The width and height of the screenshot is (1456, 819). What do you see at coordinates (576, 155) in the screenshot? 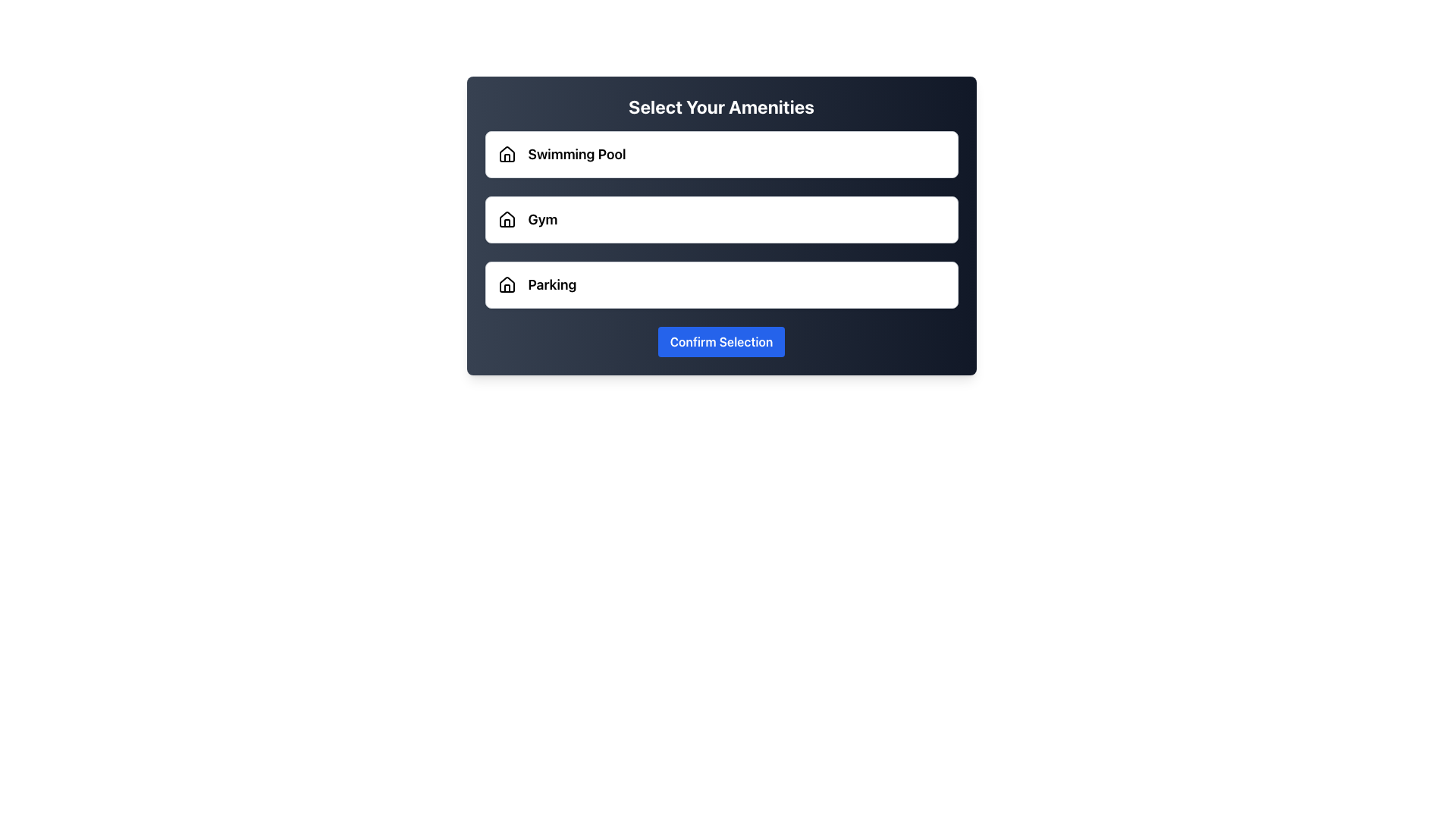
I see `the bold text label 'Swimming Pool', which is styled to stand out and is positioned to the right of a house icon in the first item of a vertical list of selectable amenities options` at bounding box center [576, 155].